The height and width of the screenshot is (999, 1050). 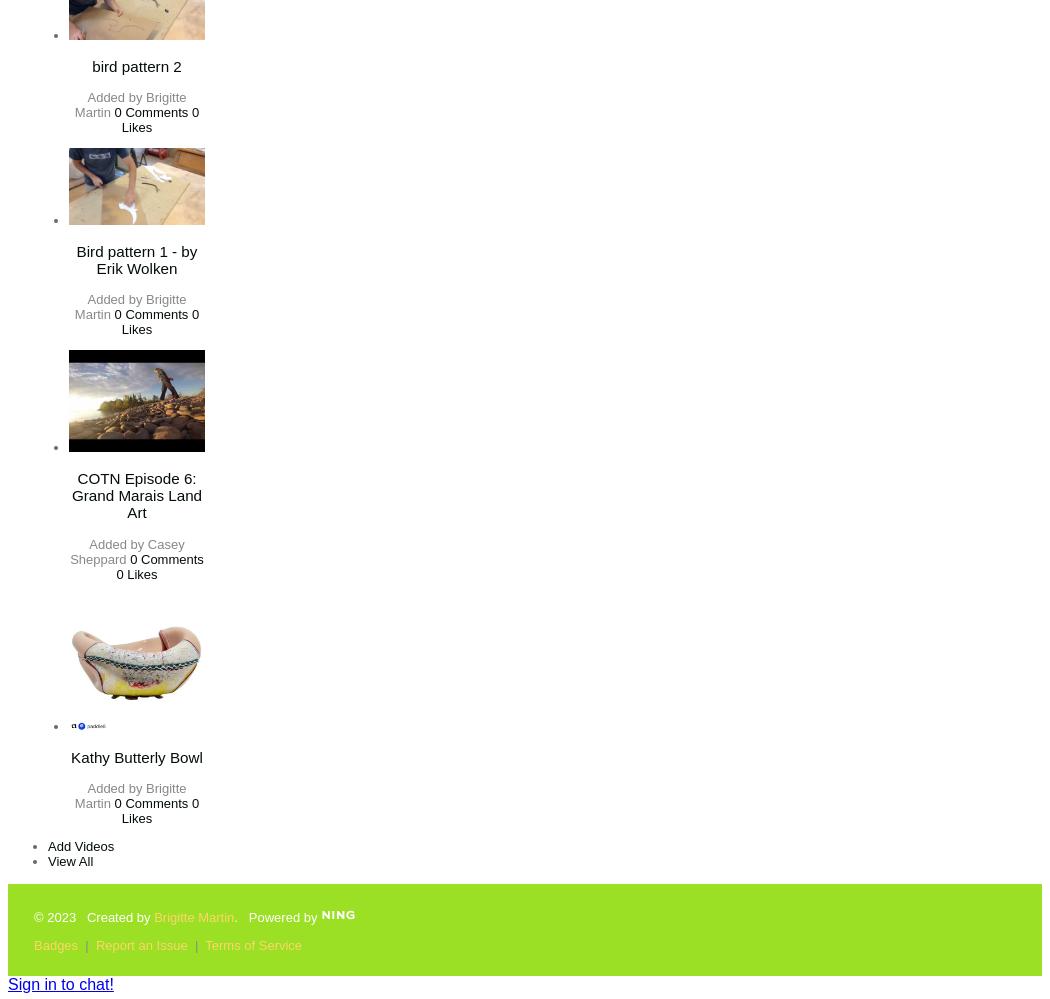 I want to click on 'Badges', so click(x=54, y=944).